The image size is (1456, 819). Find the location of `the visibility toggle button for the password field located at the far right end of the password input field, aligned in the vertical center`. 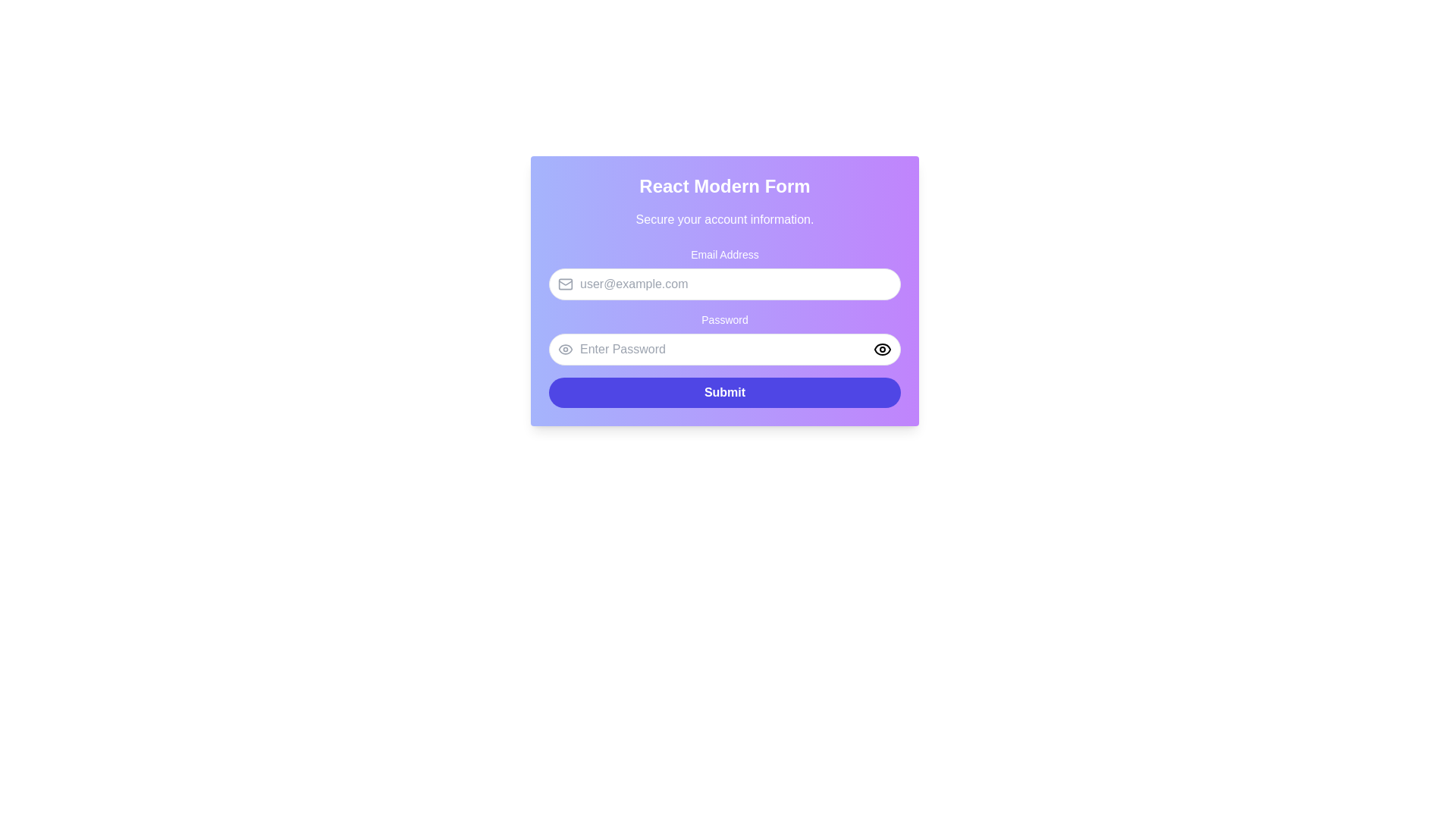

the visibility toggle button for the password field located at the far right end of the password input field, aligned in the vertical center is located at coordinates (882, 350).